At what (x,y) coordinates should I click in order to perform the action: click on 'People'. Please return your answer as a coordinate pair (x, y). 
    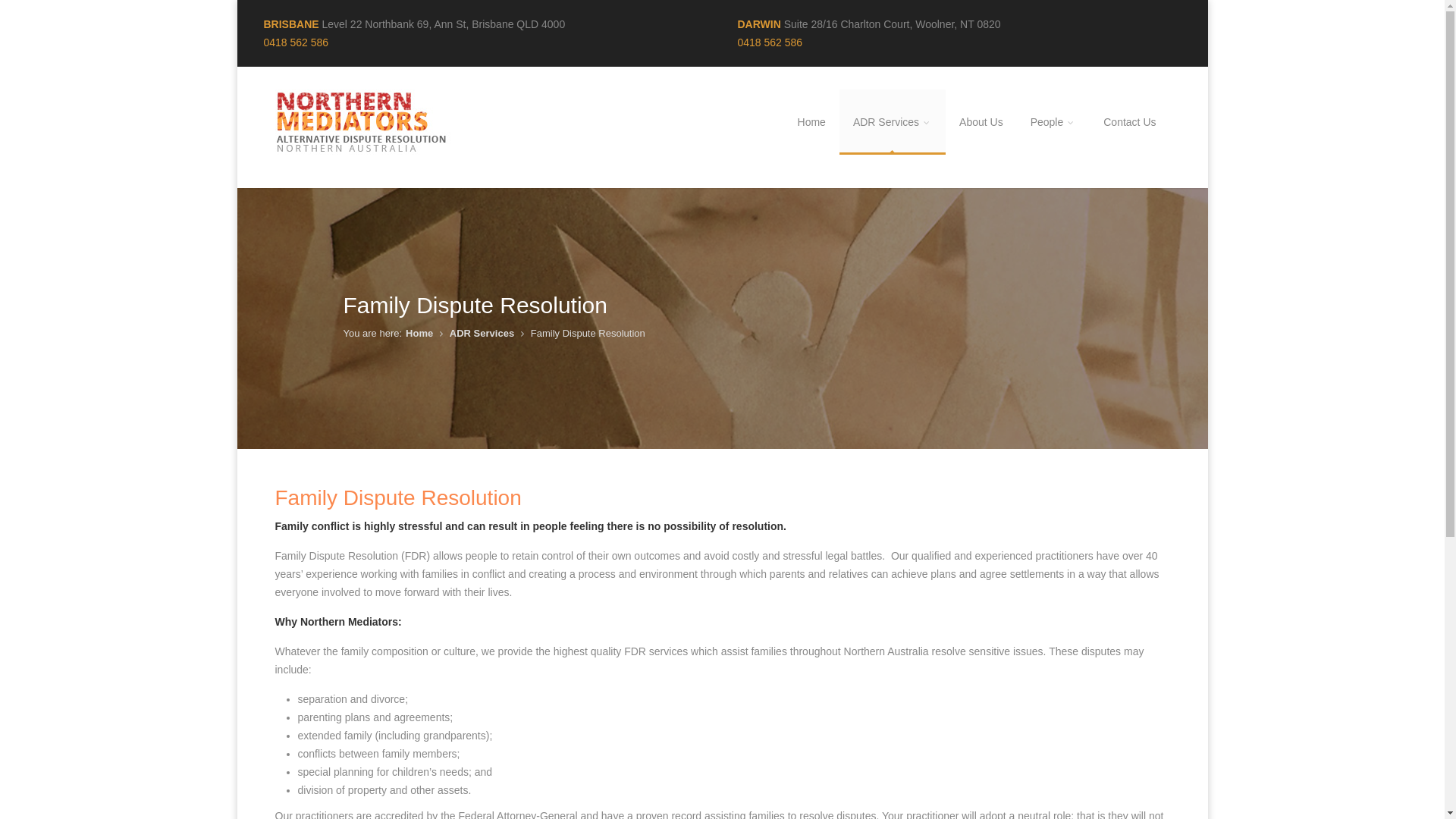
    Looking at the image, I should click on (1053, 121).